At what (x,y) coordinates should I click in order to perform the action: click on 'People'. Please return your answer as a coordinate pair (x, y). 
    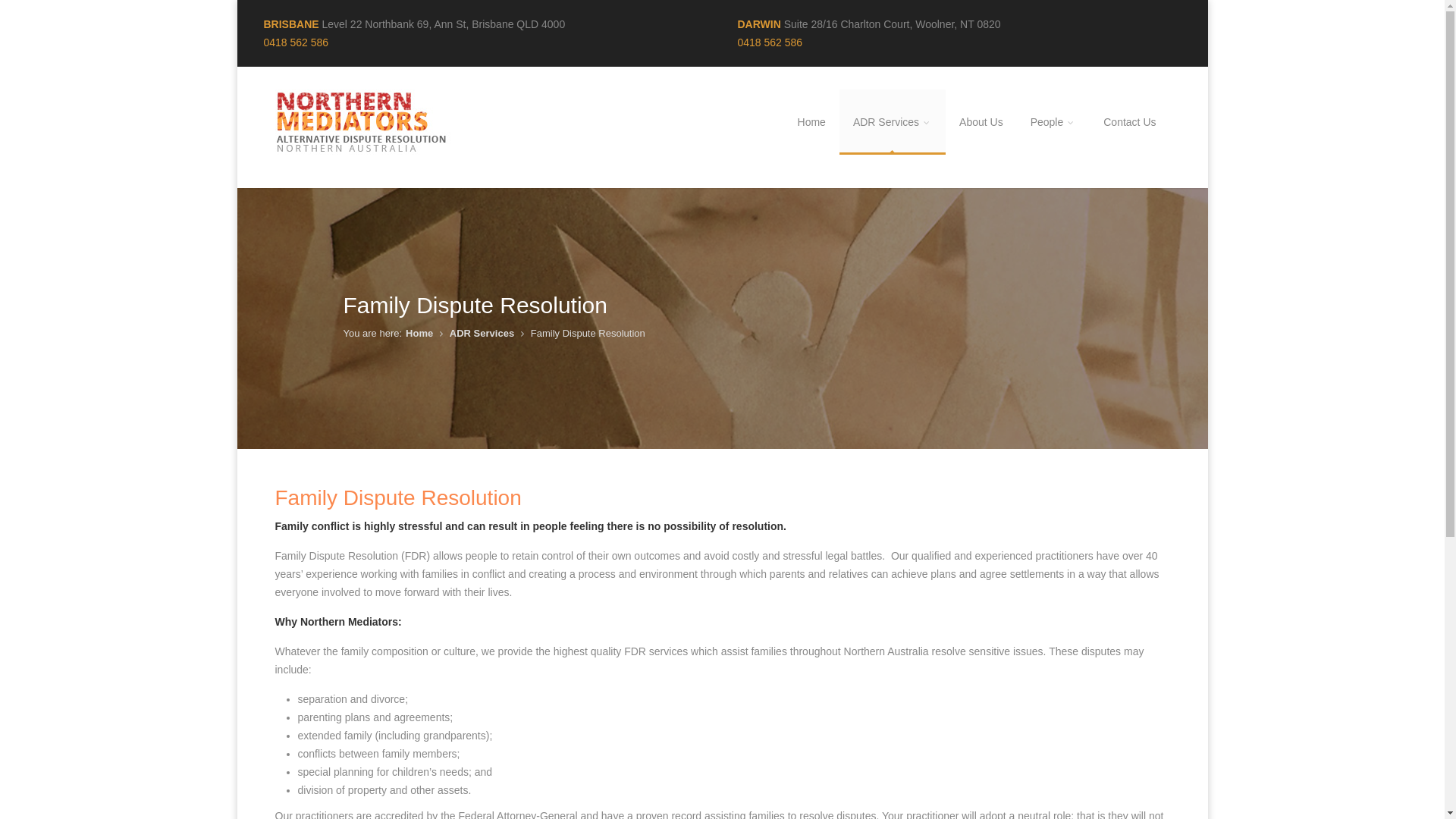
    Looking at the image, I should click on (1053, 121).